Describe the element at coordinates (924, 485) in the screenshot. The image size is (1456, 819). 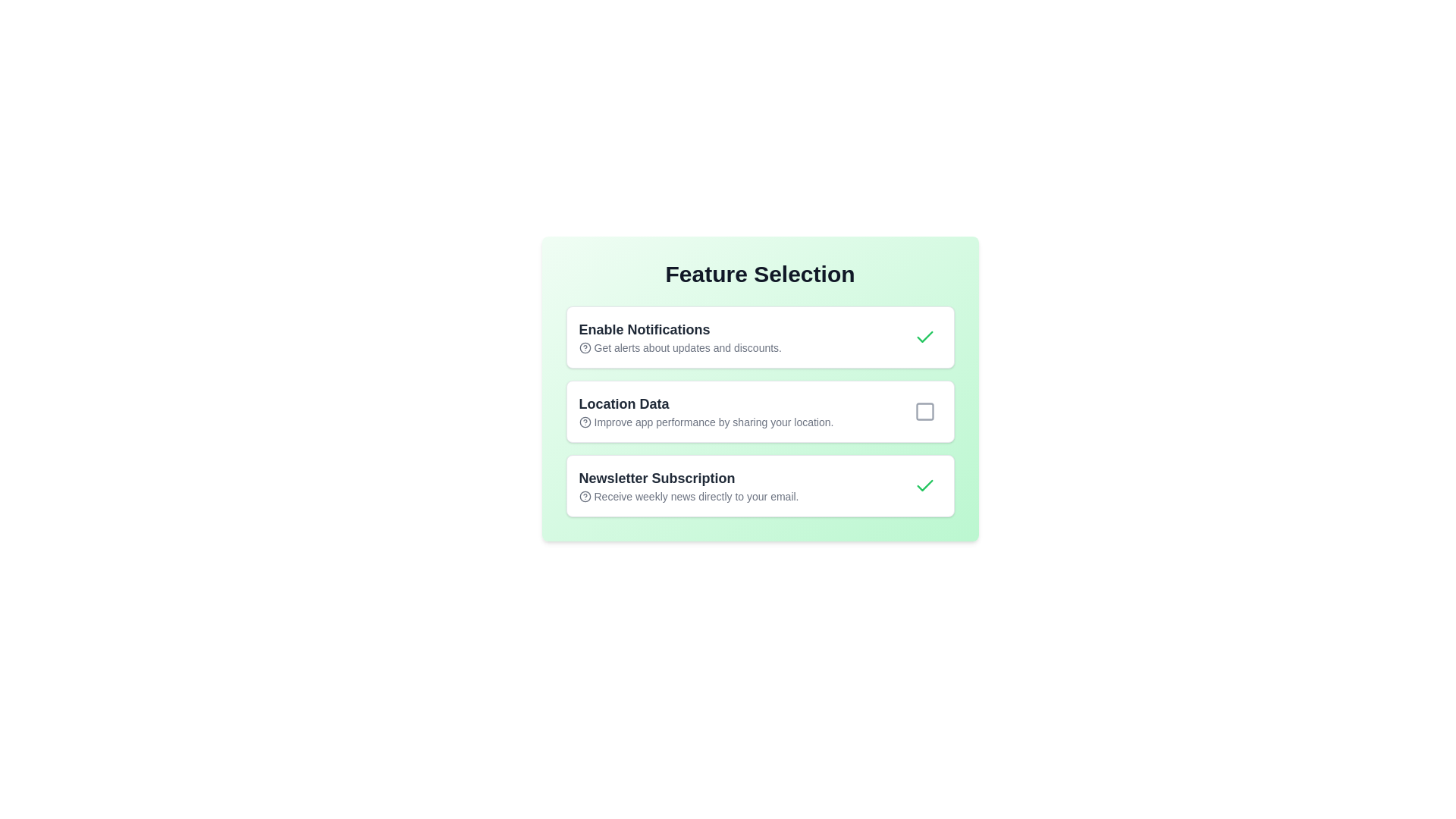
I see `the green checkmark icon inside the checkbox` at that location.